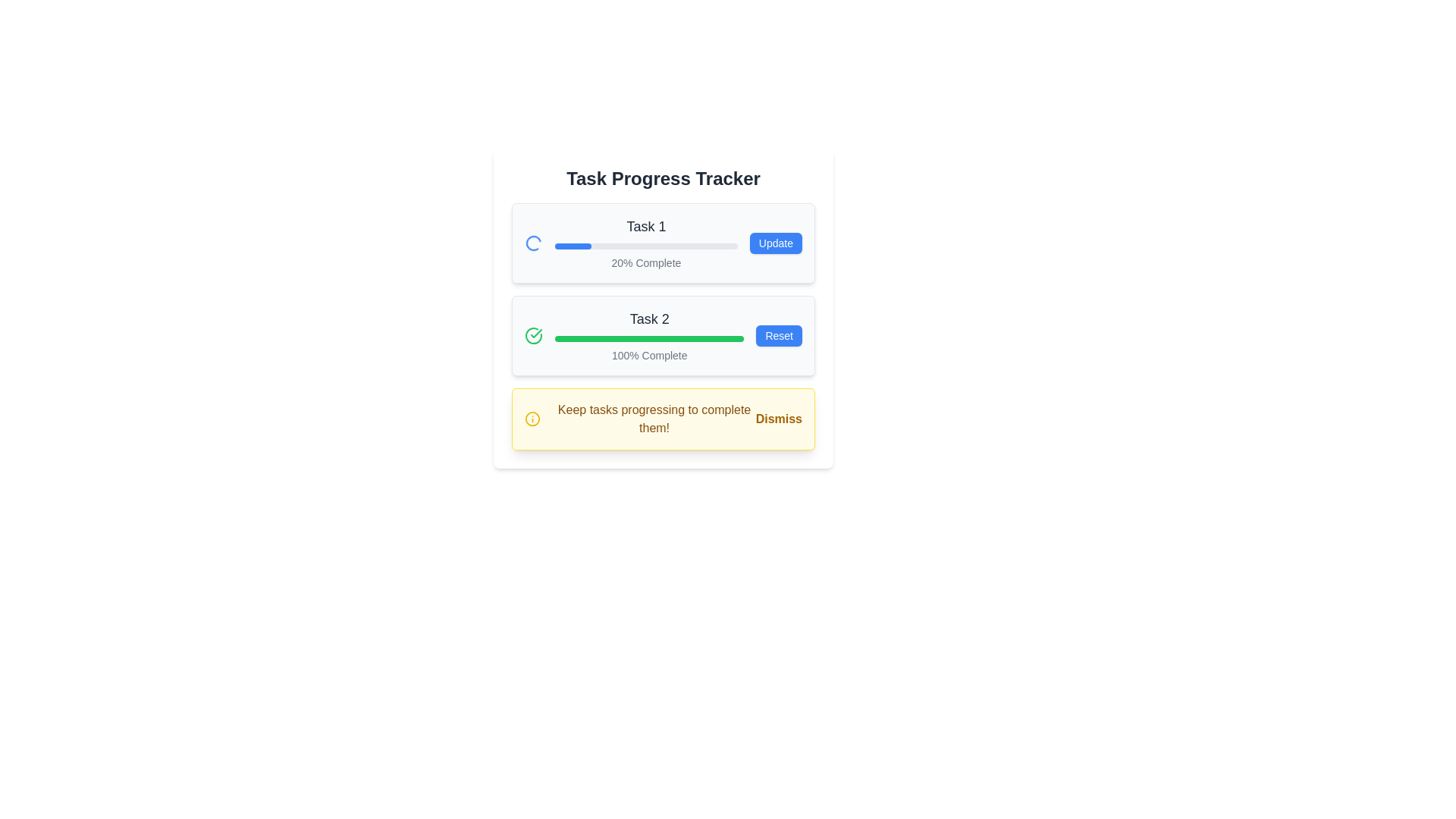  What do you see at coordinates (534, 335) in the screenshot?
I see `the completion status icon located to the left of the 'Task 2' label and above the '100% Complete' progress bar` at bounding box center [534, 335].